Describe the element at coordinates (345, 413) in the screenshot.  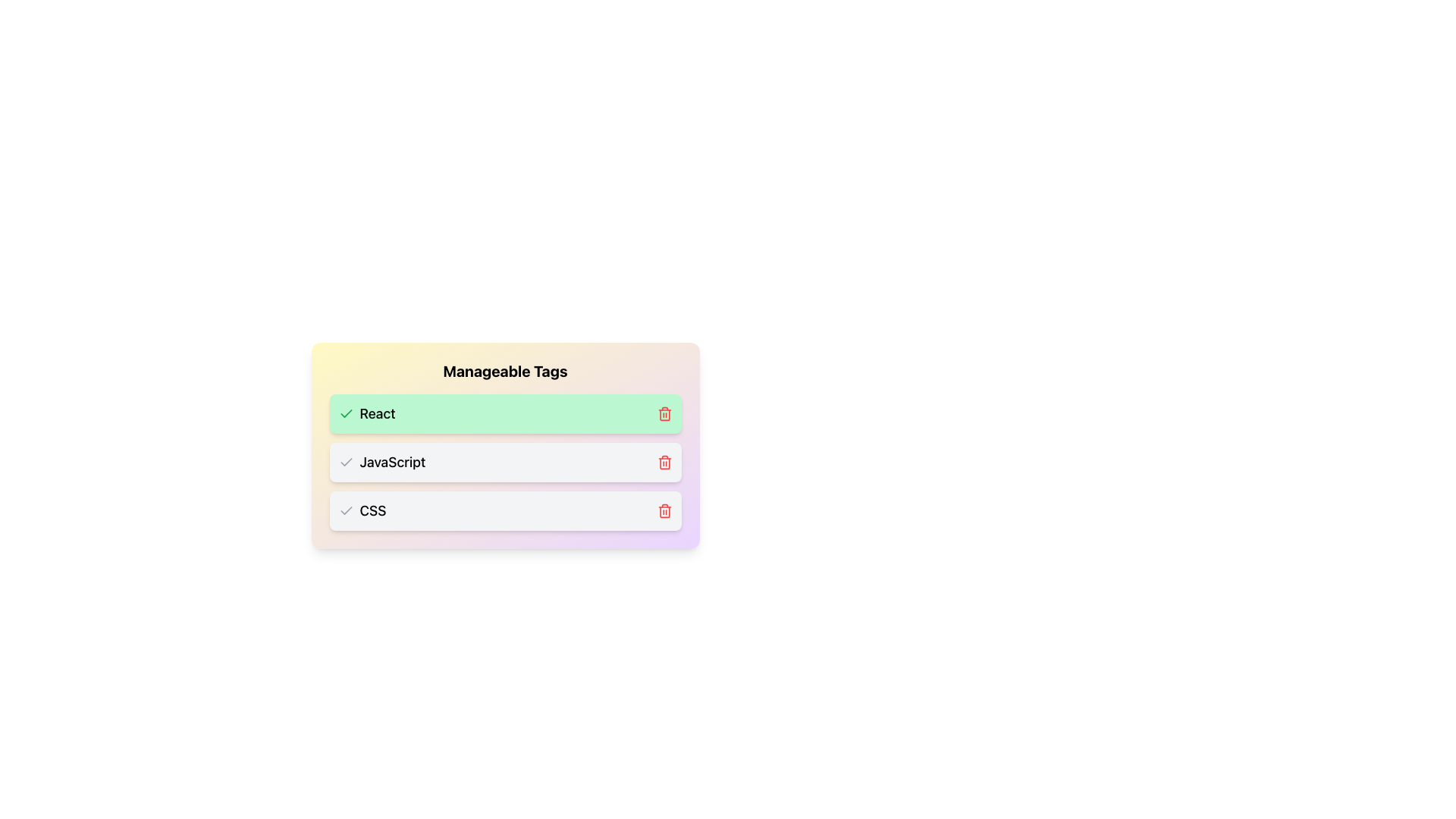
I see `the visual state of the checkmark icon with a green stroke located in the green-colored row labeled 'React'` at that location.